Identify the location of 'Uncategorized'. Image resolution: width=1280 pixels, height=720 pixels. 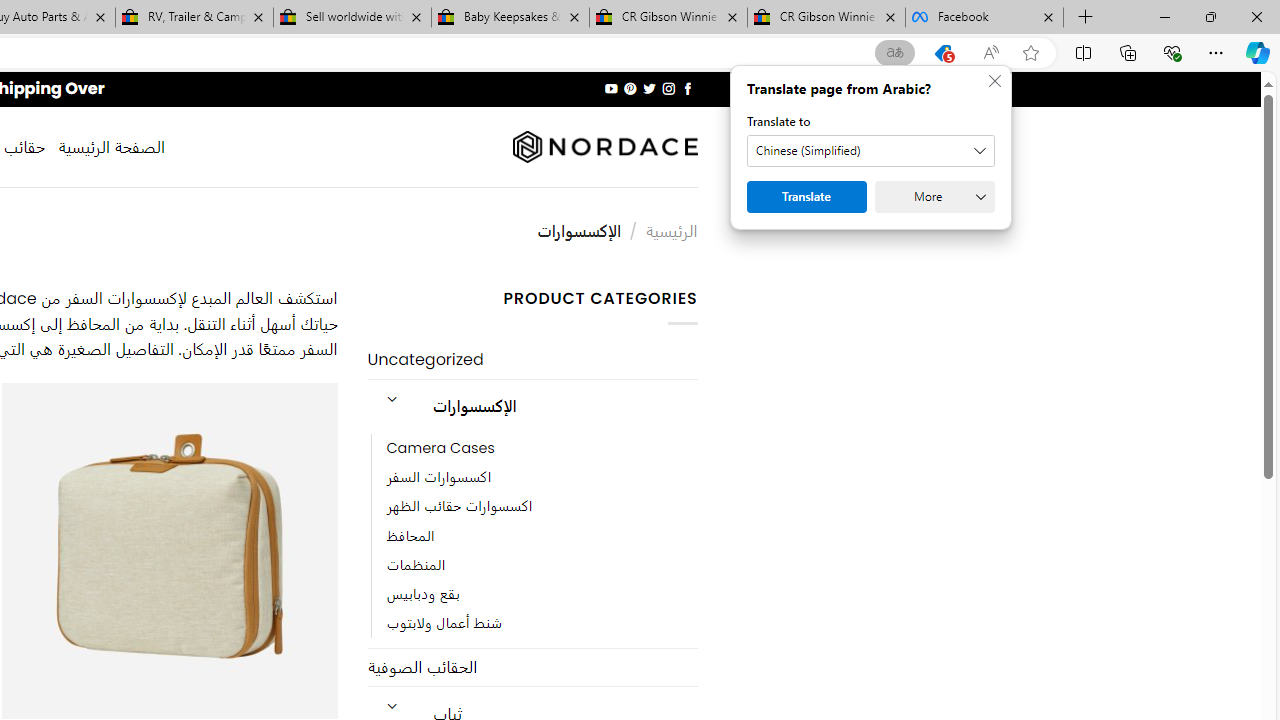
(532, 360).